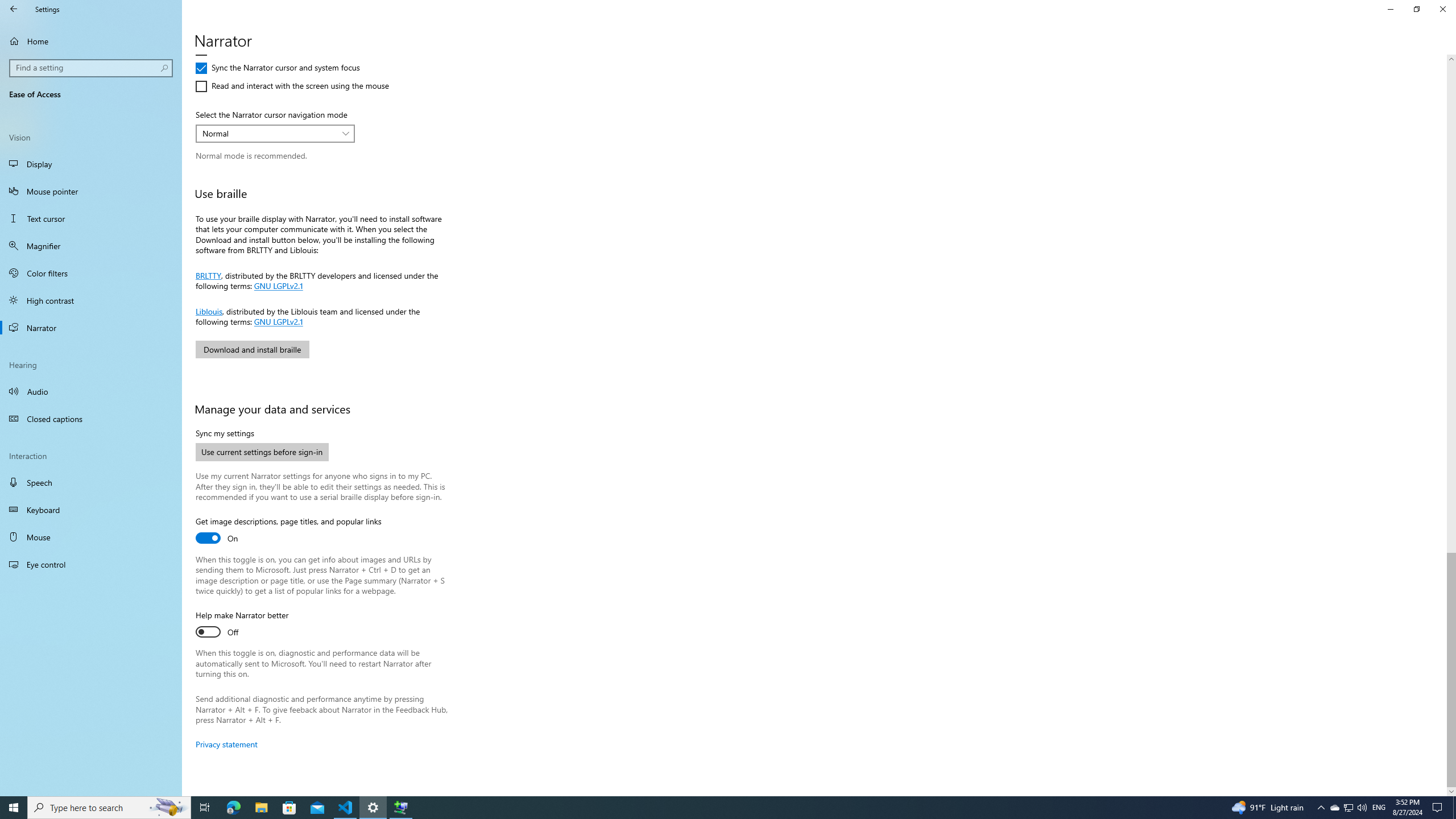 Image resolution: width=1456 pixels, height=819 pixels. What do you see at coordinates (90, 217) in the screenshot?
I see `'Text cursor'` at bounding box center [90, 217].